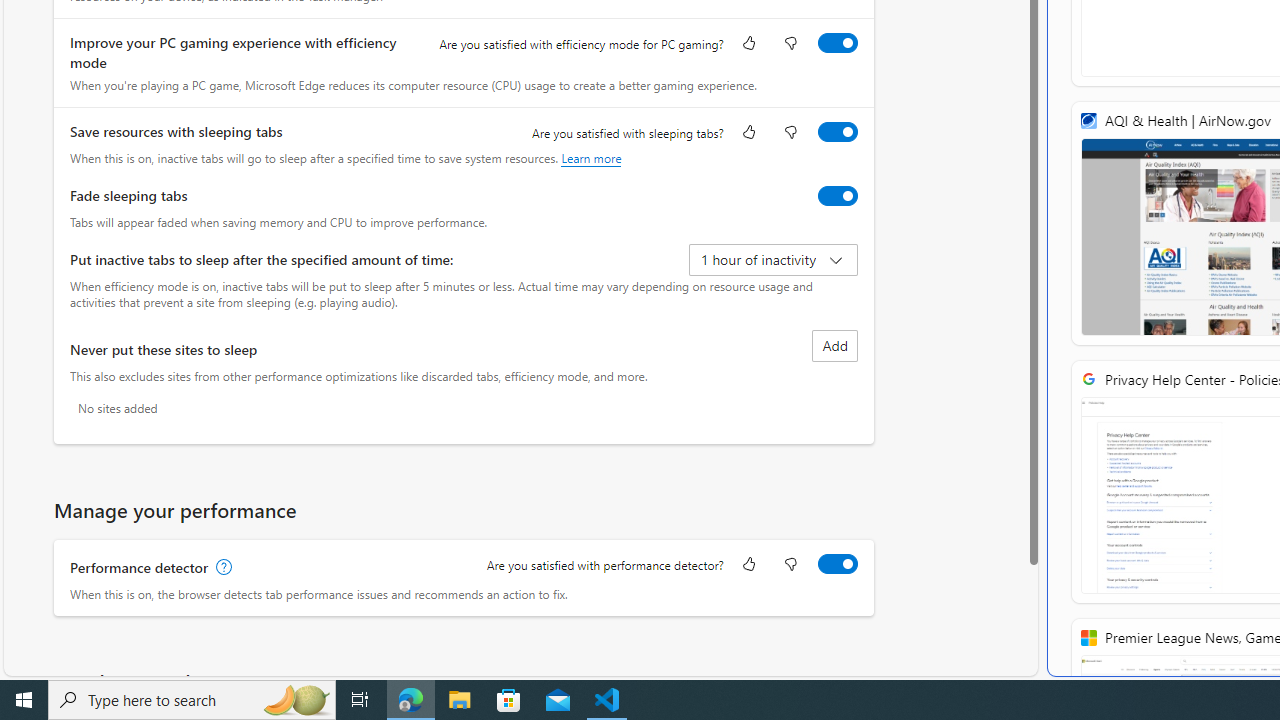  Describe the element at coordinates (837, 563) in the screenshot. I see `'Performance detector'` at that location.